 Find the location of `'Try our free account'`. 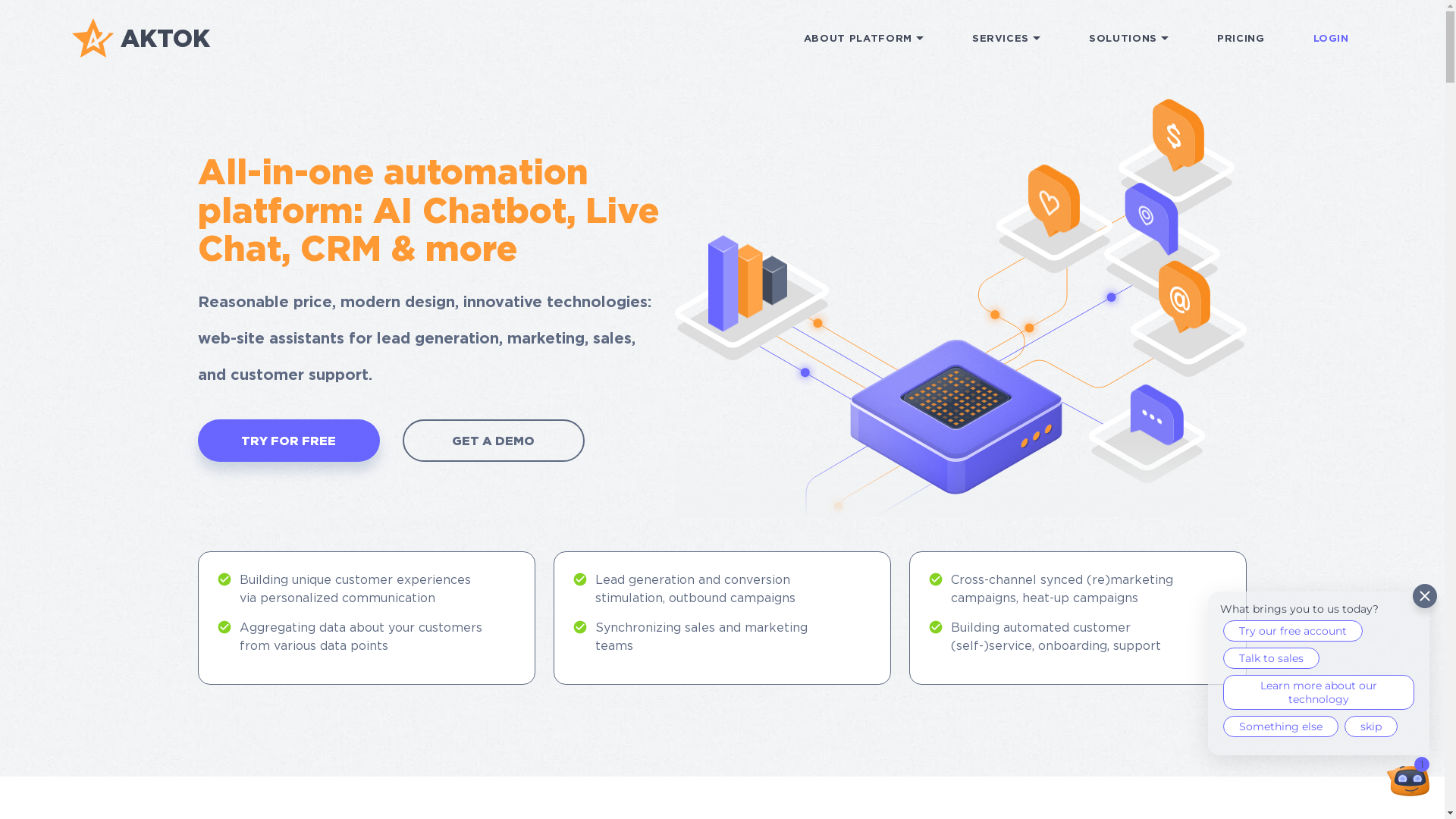

'Try our free account' is located at coordinates (1291, 631).